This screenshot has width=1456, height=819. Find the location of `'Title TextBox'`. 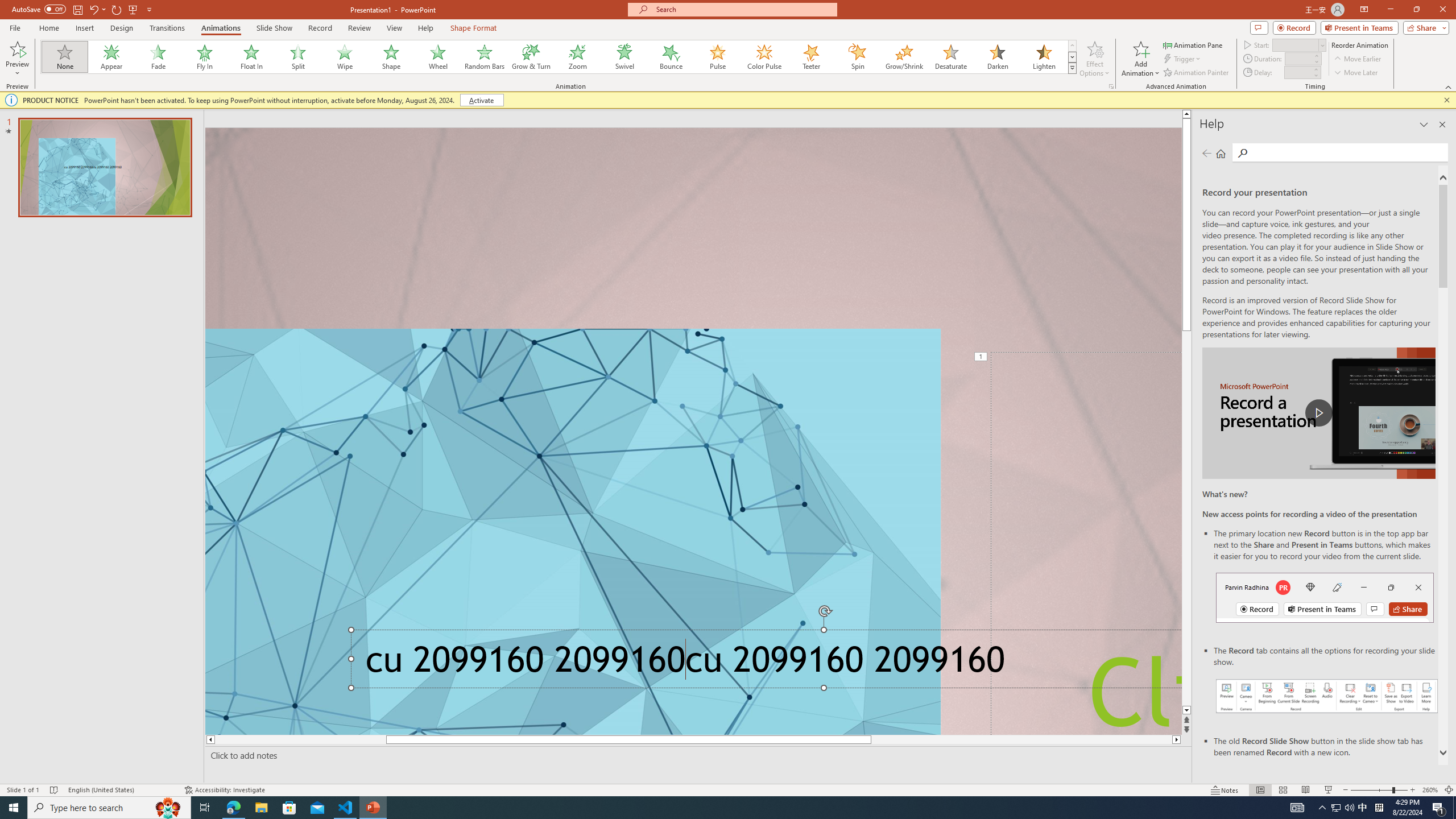

'Title TextBox' is located at coordinates (1085, 543).